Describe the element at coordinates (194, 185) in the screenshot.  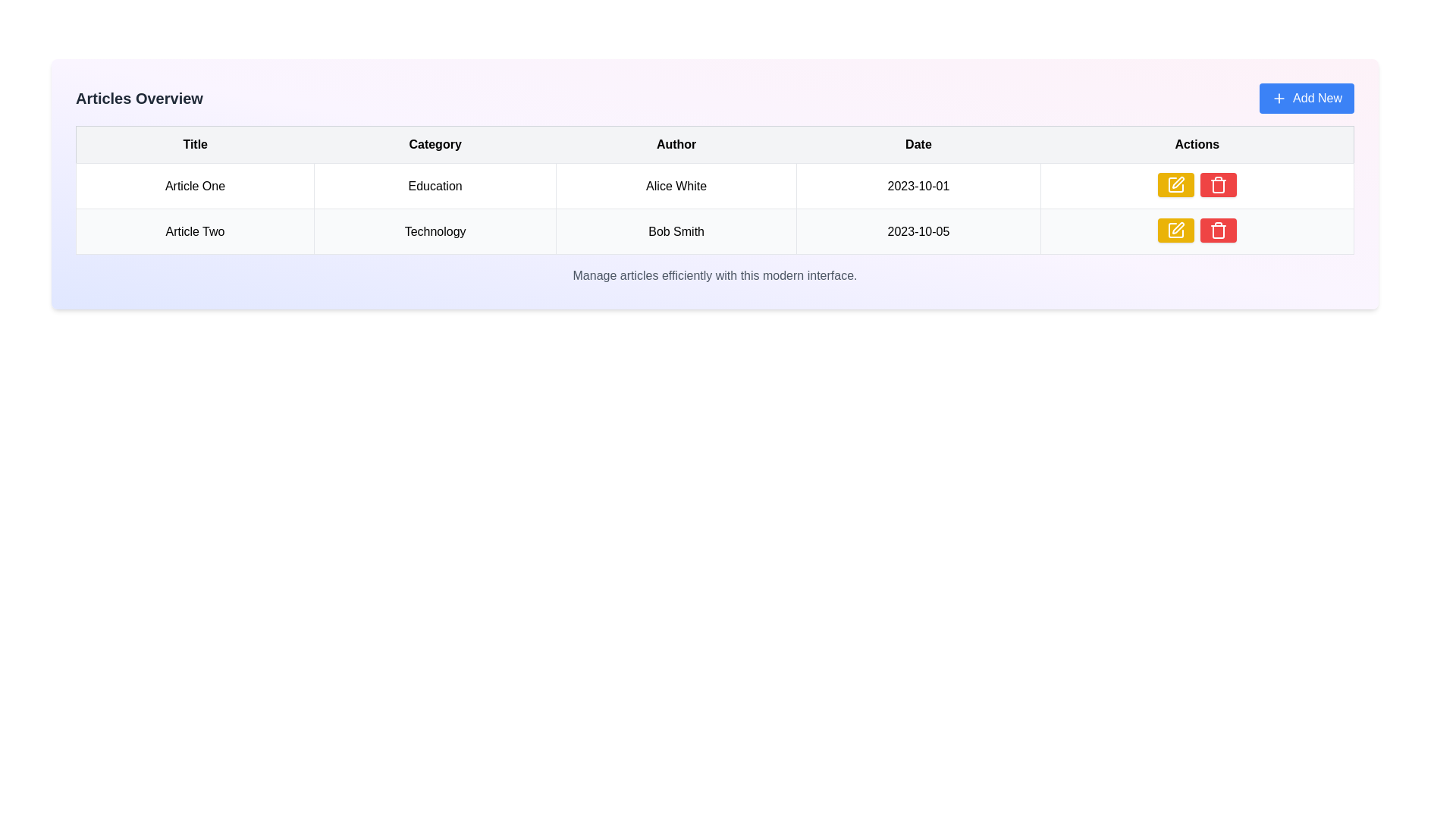
I see `the static text label displaying 'Article One', which is the first column entry under 'Title' in the table's first row` at that location.